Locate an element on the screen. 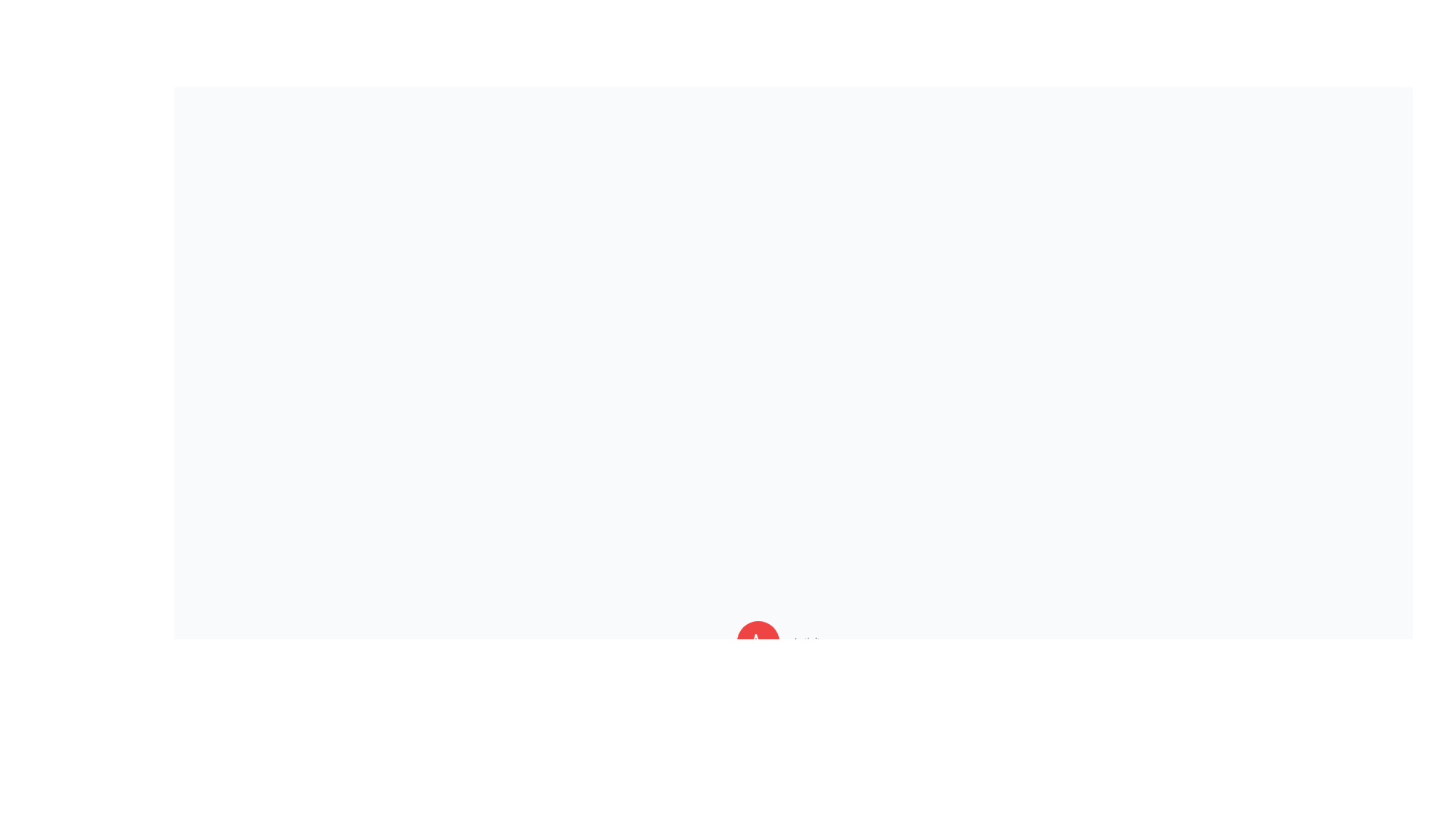  the Camera button in the AdvancedSpeedDial component is located at coordinates (758, 752).